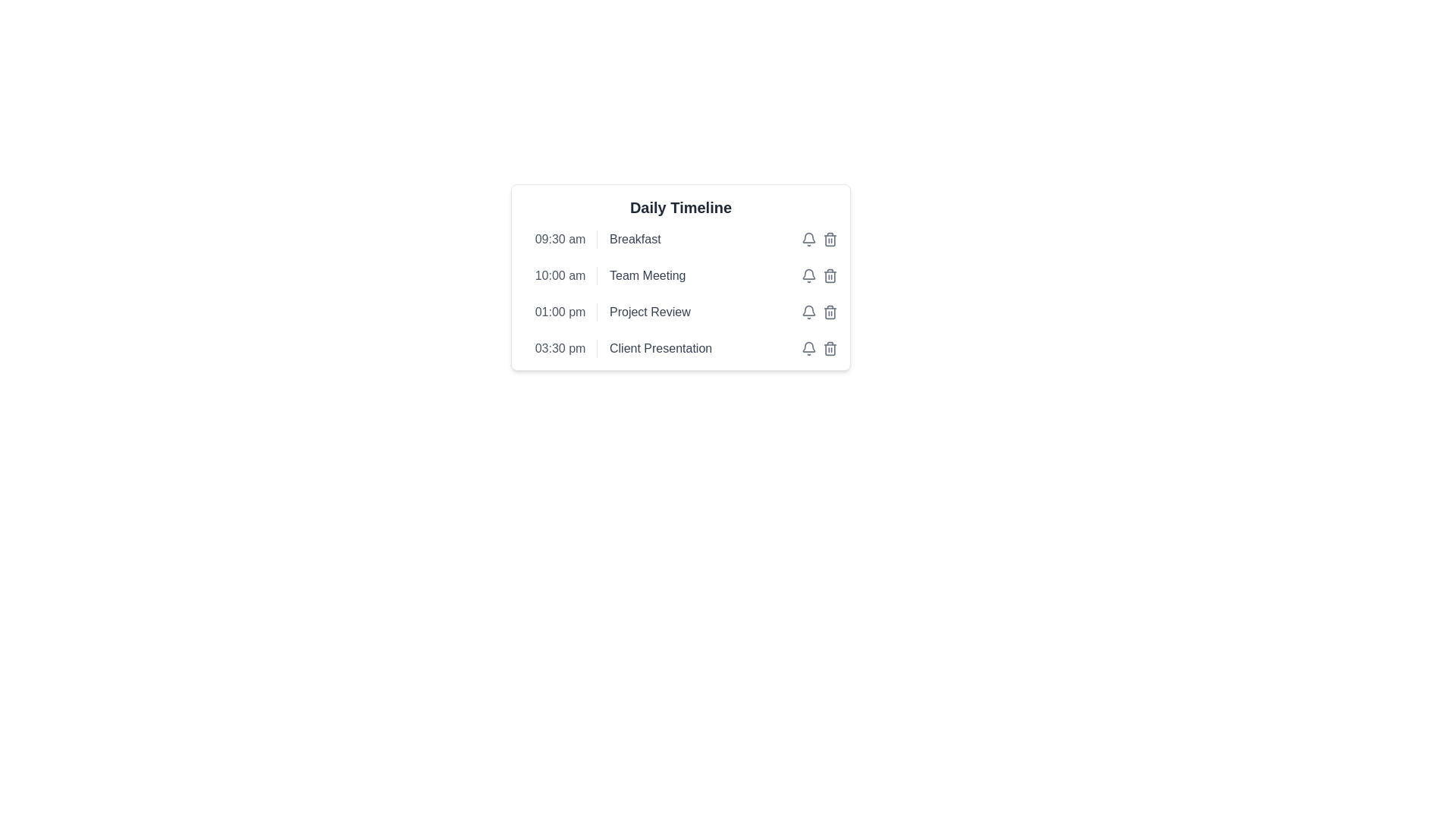 This screenshot has width=1456, height=819. I want to click on the second interactive icon on the far right of the '09:30 am Breakfast' entry in the 'Daily Timeline' section, so click(829, 239).